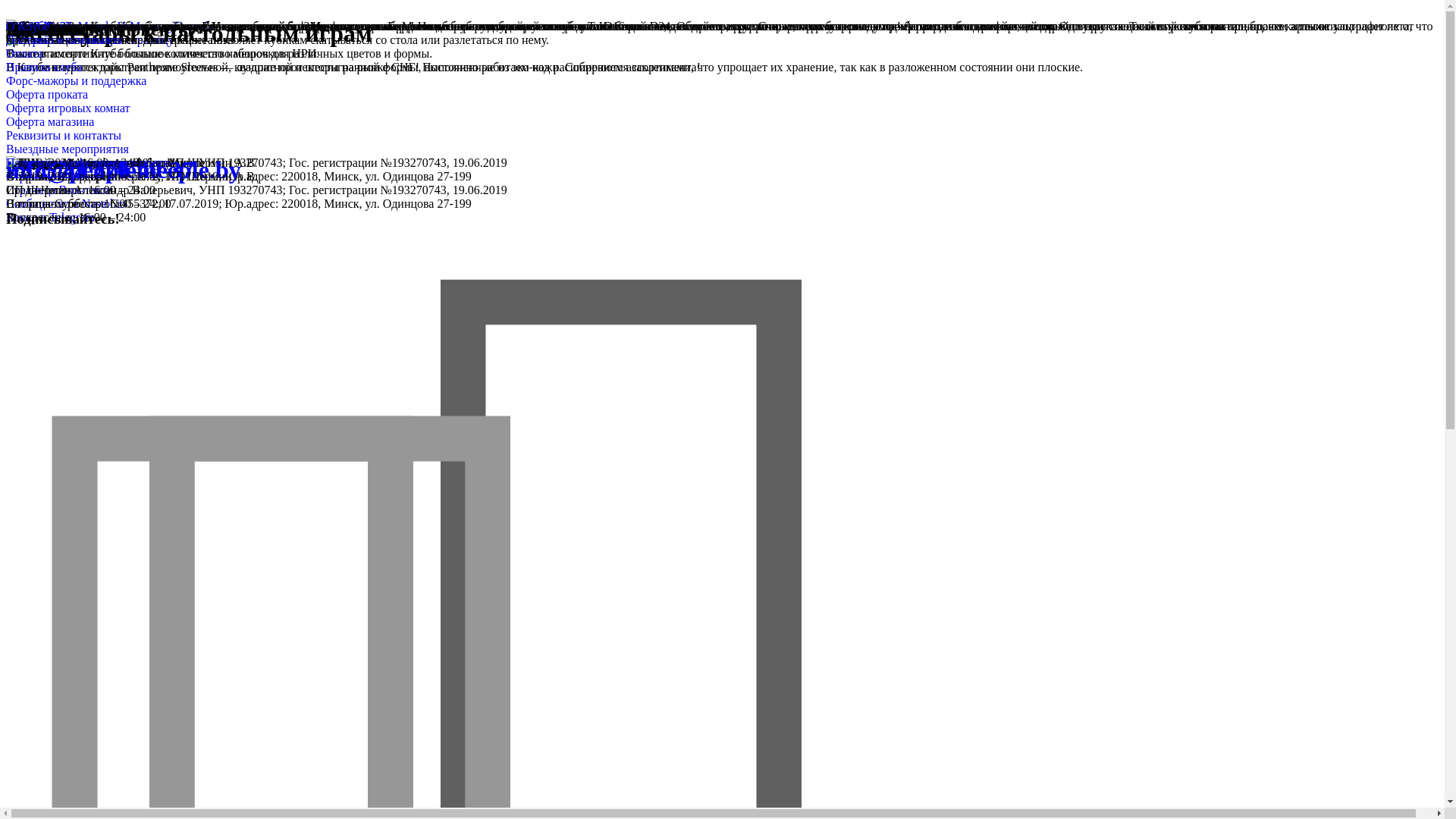 The width and height of the screenshot is (1456, 819). Describe the element at coordinates (124, 169) in the screenshot. I see `'info@peoplemeeple.by'` at that location.